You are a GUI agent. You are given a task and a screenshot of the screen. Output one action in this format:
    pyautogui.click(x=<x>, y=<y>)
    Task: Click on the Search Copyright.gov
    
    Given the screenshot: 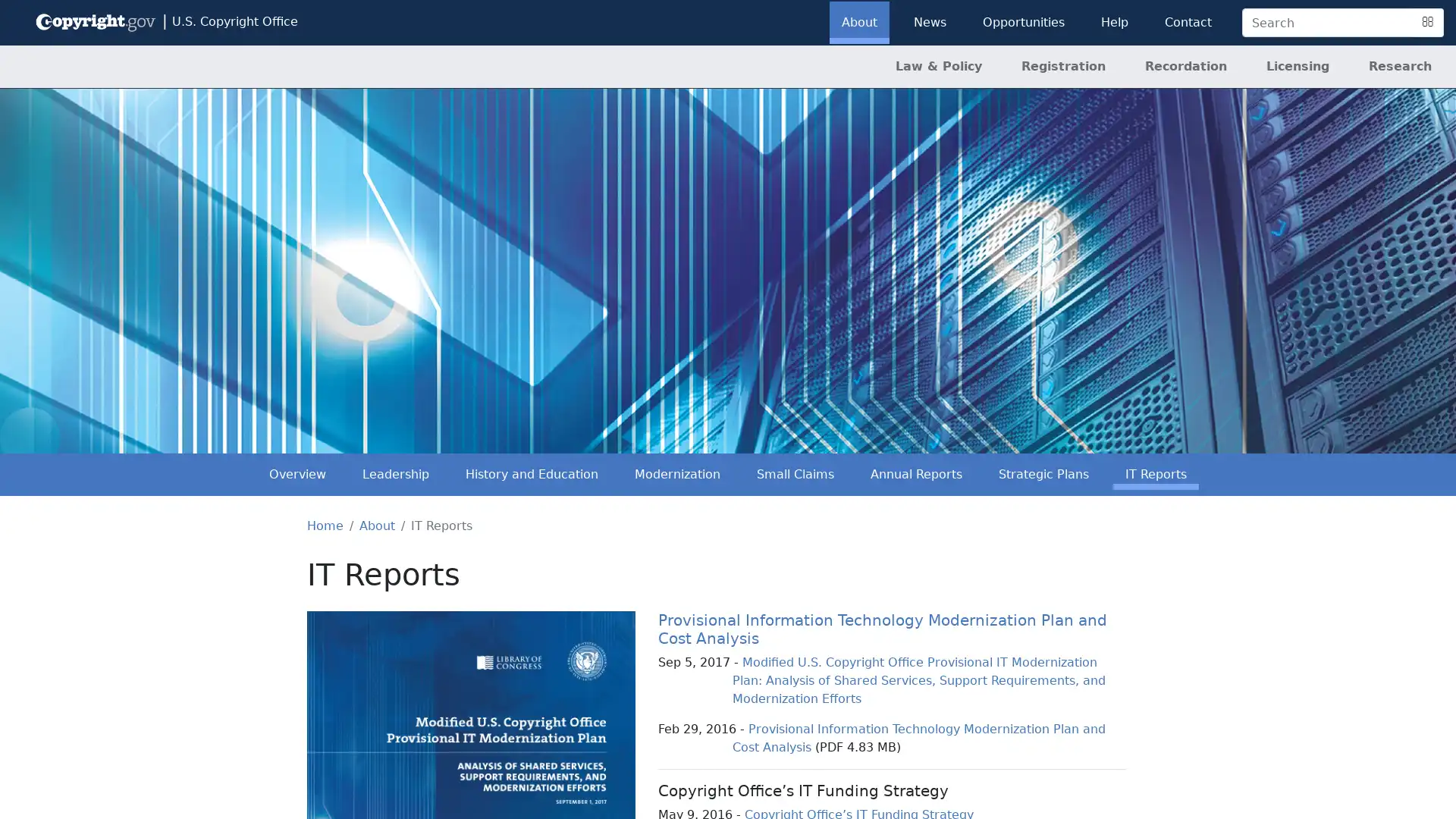 What is the action you would take?
    pyautogui.click(x=1427, y=23)
    